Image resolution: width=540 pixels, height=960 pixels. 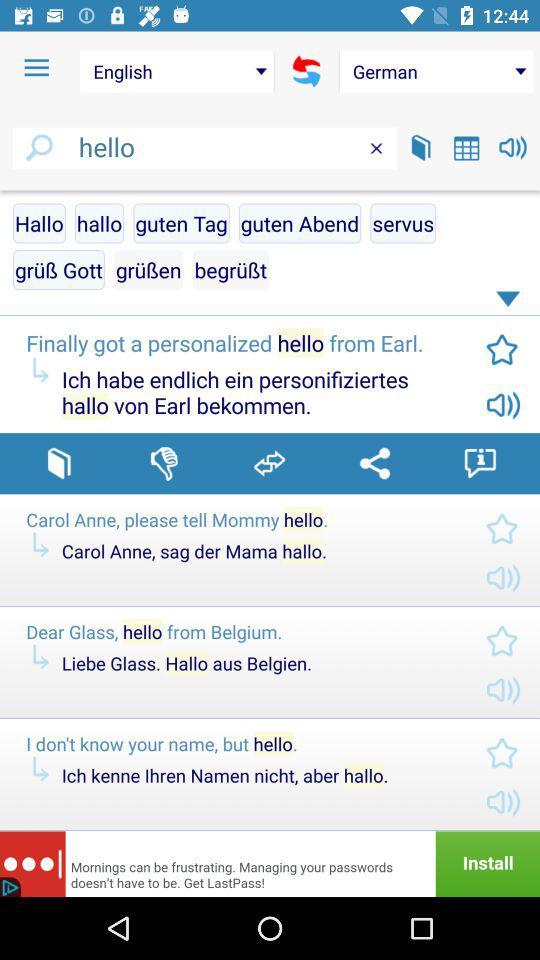 I want to click on item to the left of the english, so click(x=36, y=68).